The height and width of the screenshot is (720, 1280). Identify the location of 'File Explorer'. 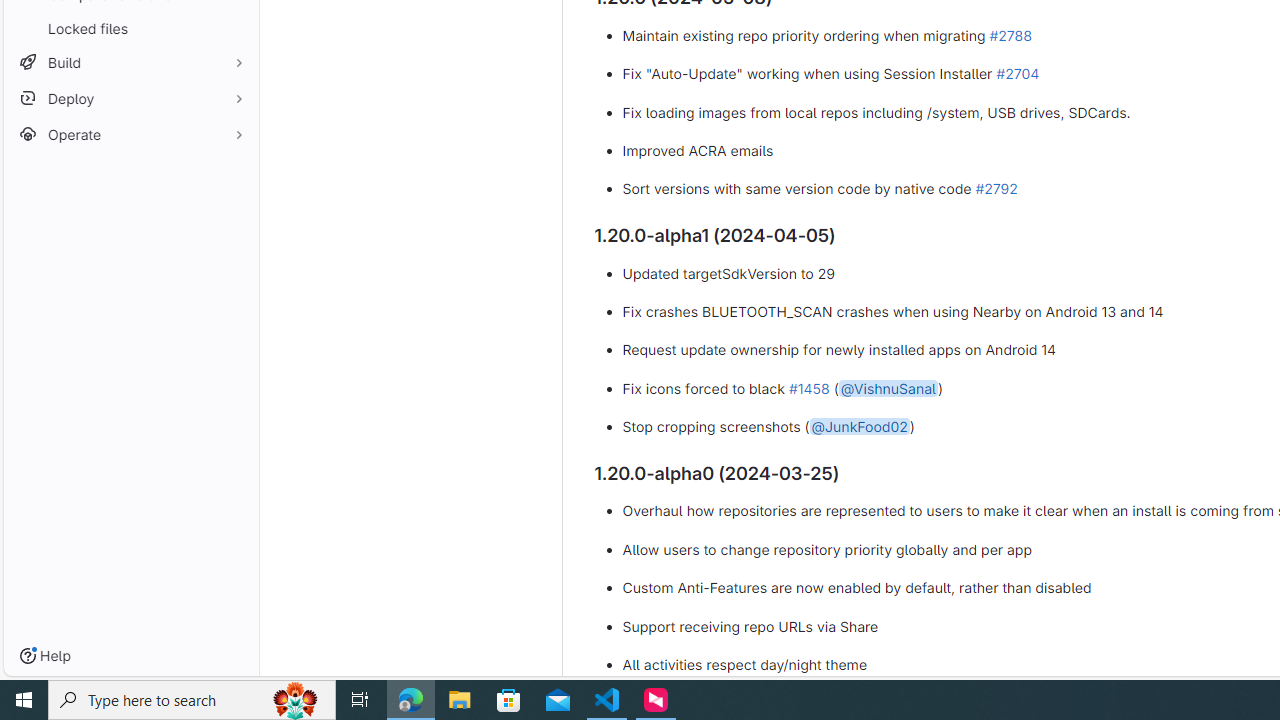
(459, 698).